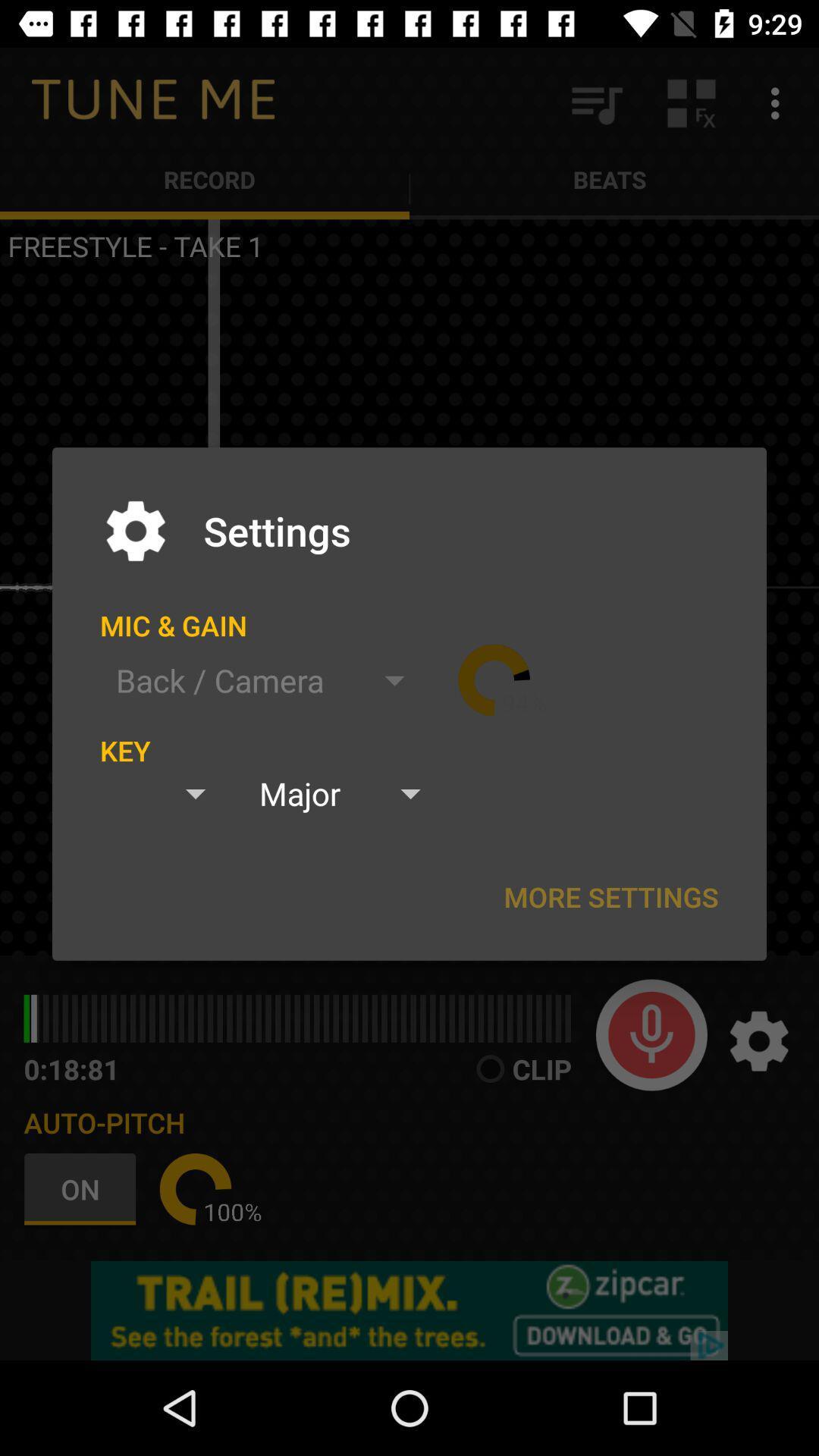 Image resolution: width=819 pixels, height=1456 pixels. Describe the element at coordinates (595, 102) in the screenshot. I see `app to the right of record` at that location.